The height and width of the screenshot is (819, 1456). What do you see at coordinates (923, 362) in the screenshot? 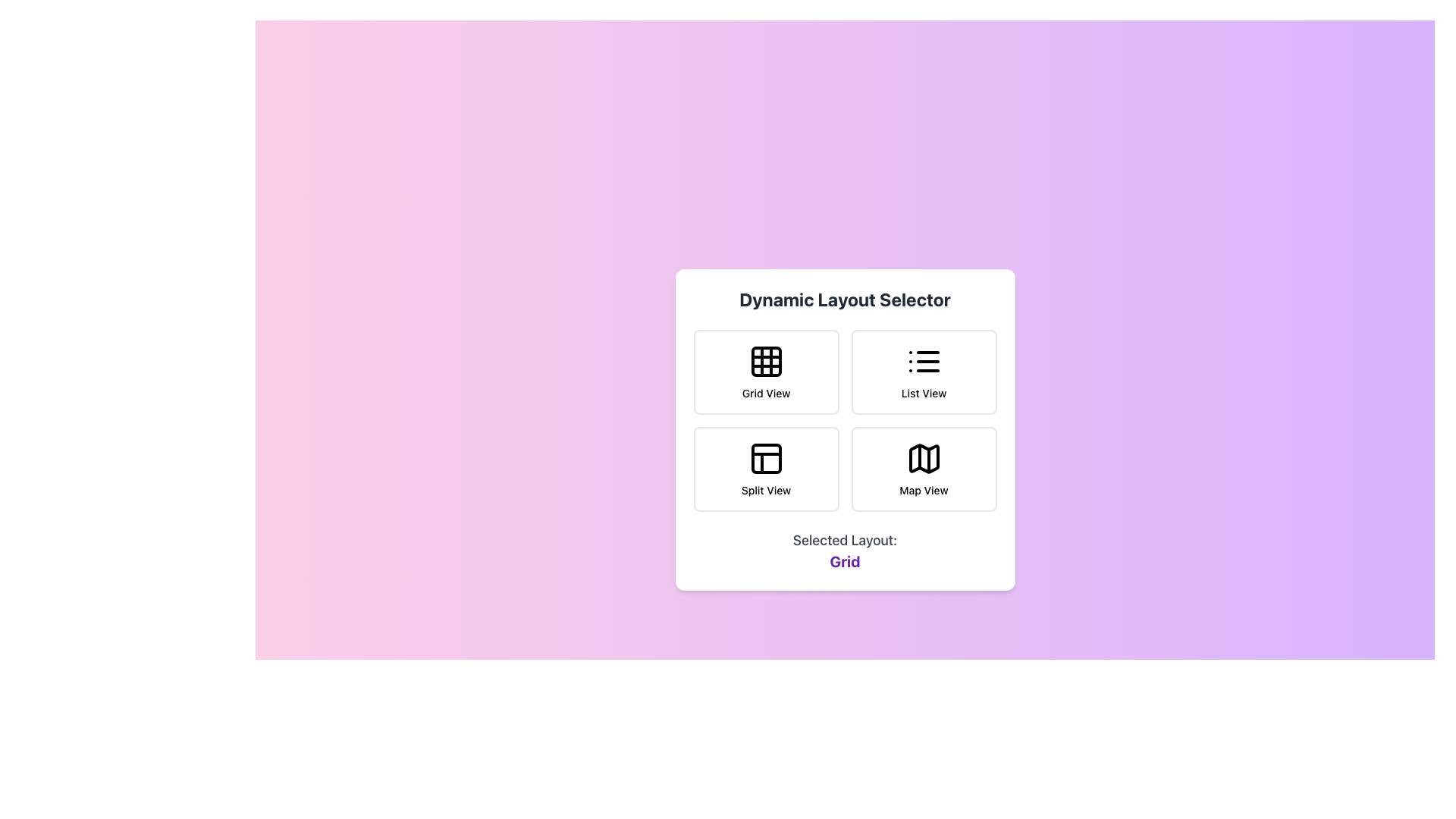
I see `the list view icon, which is a minimalistic icon with three horizontal lines resembling a bullet list, located in the second position of the top row in the Dynamic Layout Selector dialog` at bounding box center [923, 362].